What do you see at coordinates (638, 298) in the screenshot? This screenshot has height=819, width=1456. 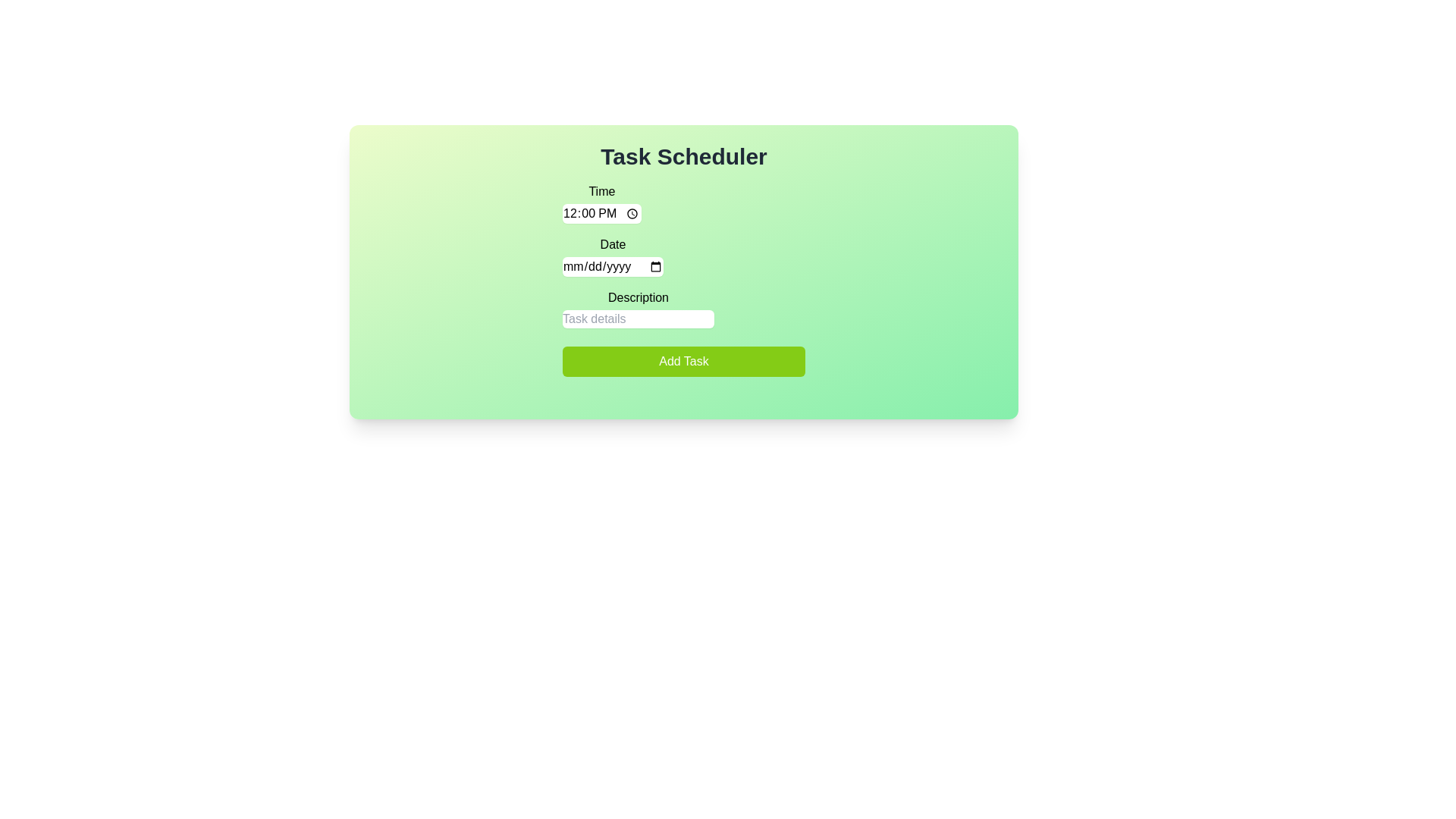 I see `the text label that reads 'Description', which is styled with a bold font and located above the 'Task details' input field in the 'Task Scheduler' section` at bounding box center [638, 298].